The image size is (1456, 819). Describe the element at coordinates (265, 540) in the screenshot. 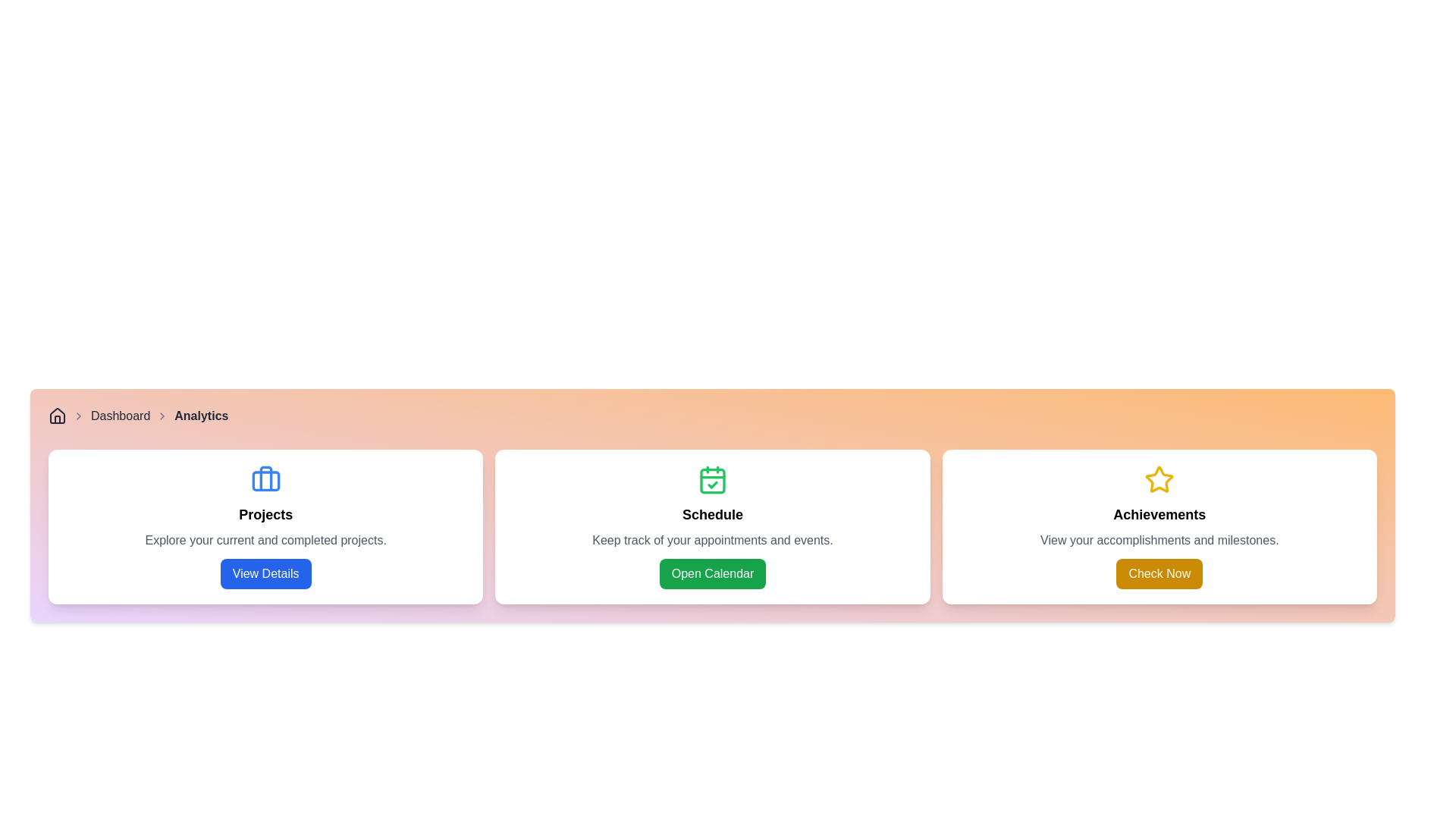

I see `the text label displaying 'Explore your current and completed projects.' which is center-aligned in gray font and located within the 'Projects' card` at that location.